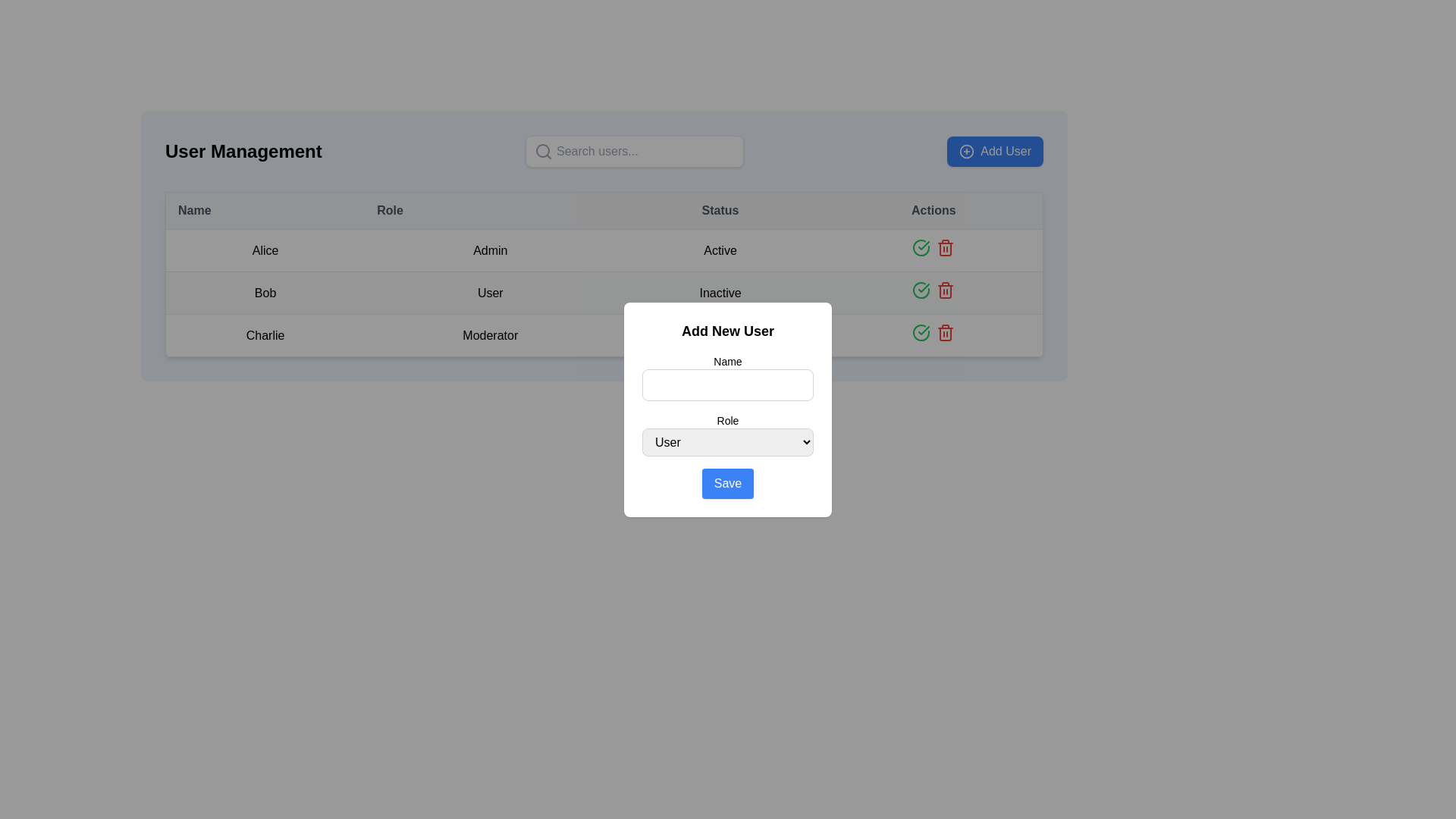 Image resolution: width=1456 pixels, height=819 pixels. Describe the element at coordinates (720, 249) in the screenshot. I see `the Text Label displaying 'Active' in the third cell of the first row of the table under the 'Status' column` at that location.